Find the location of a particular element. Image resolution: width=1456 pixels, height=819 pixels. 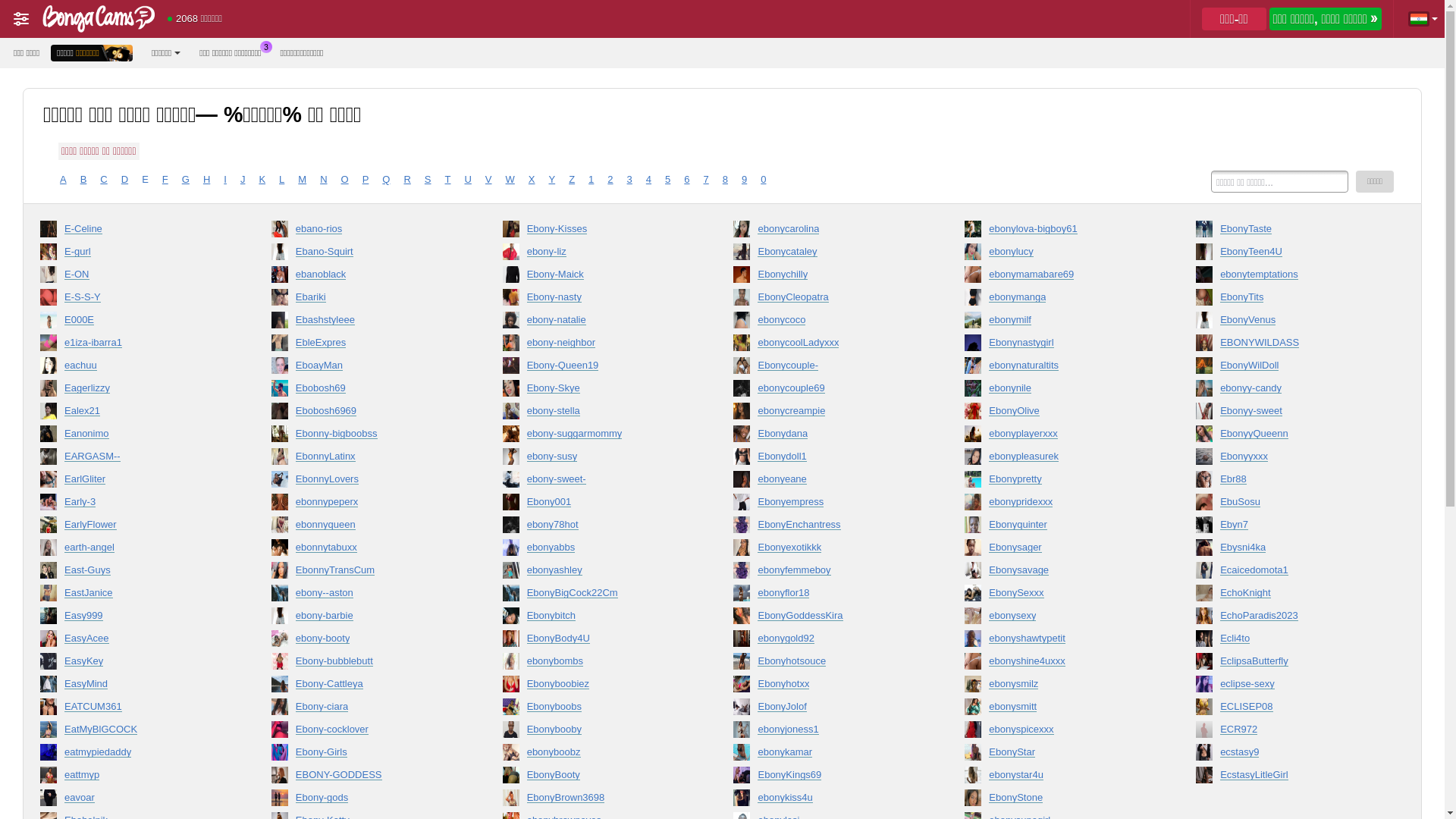

'ebony-natalie' is located at coordinates (596, 322).